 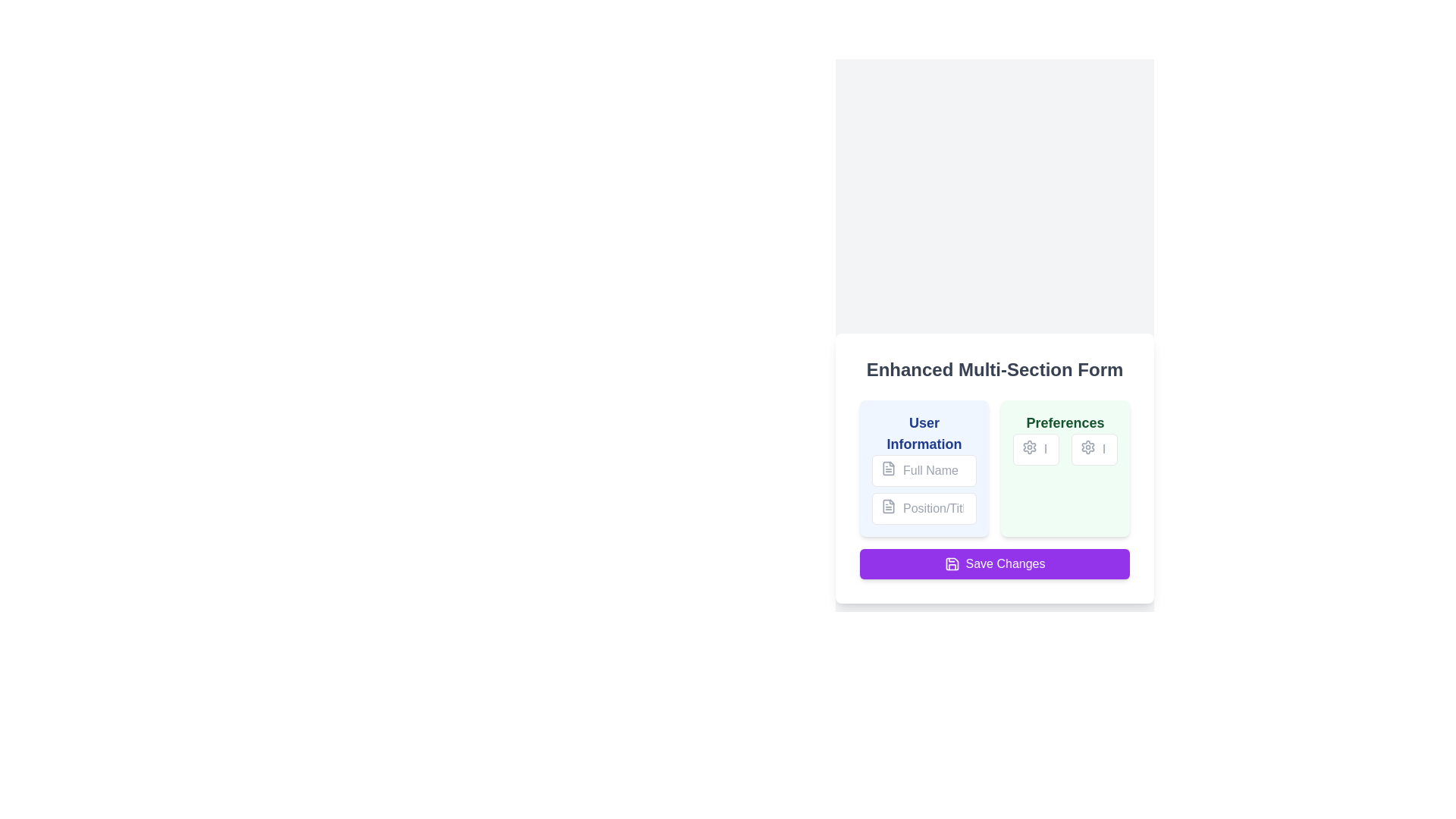 What do you see at coordinates (888, 467) in the screenshot?
I see `the decorative user information icon located in the 'User Information' section above the 'Full Name' label` at bounding box center [888, 467].